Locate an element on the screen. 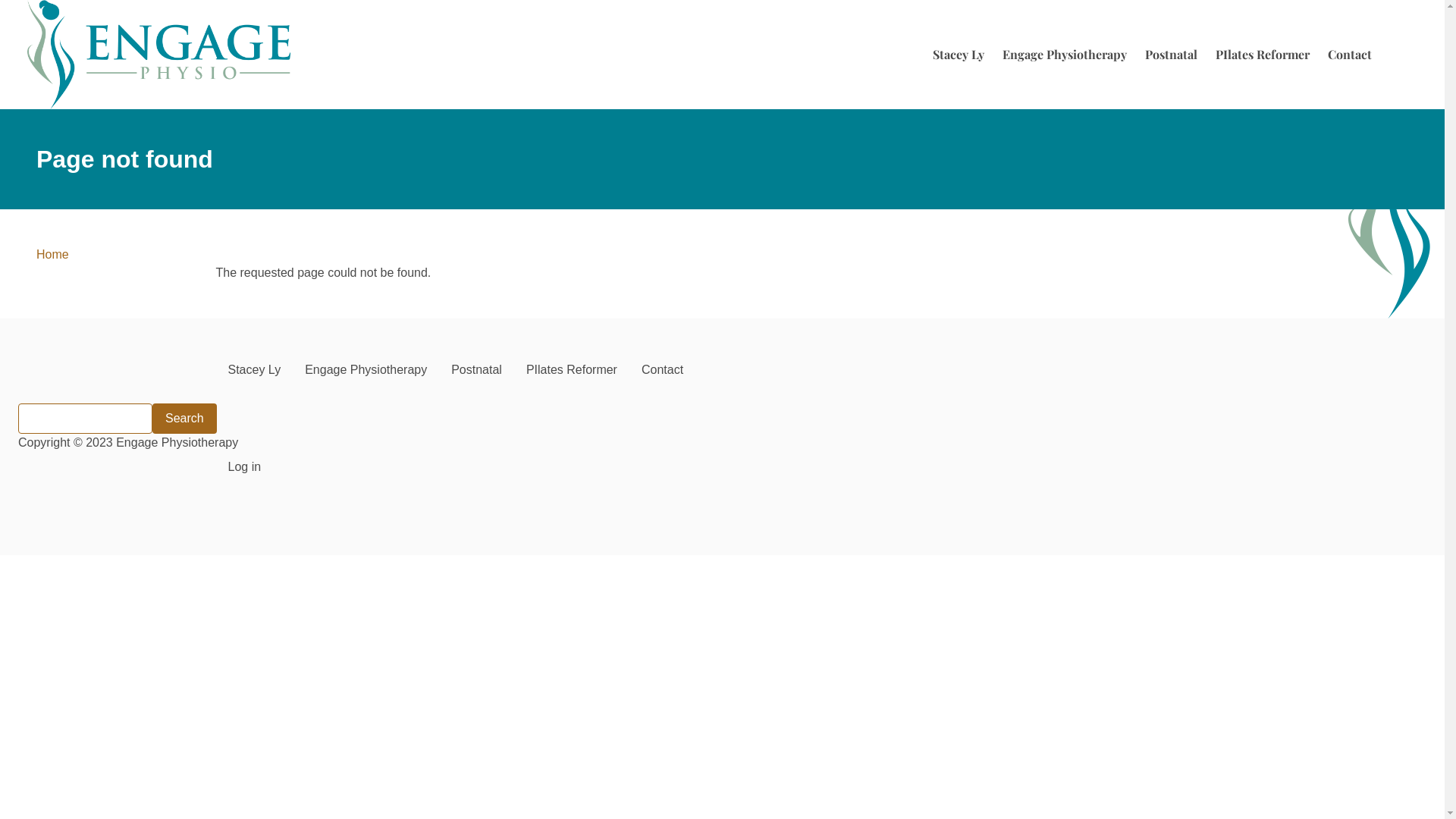 This screenshot has height=819, width=1456. 'Postnatal' is located at coordinates (1170, 54).